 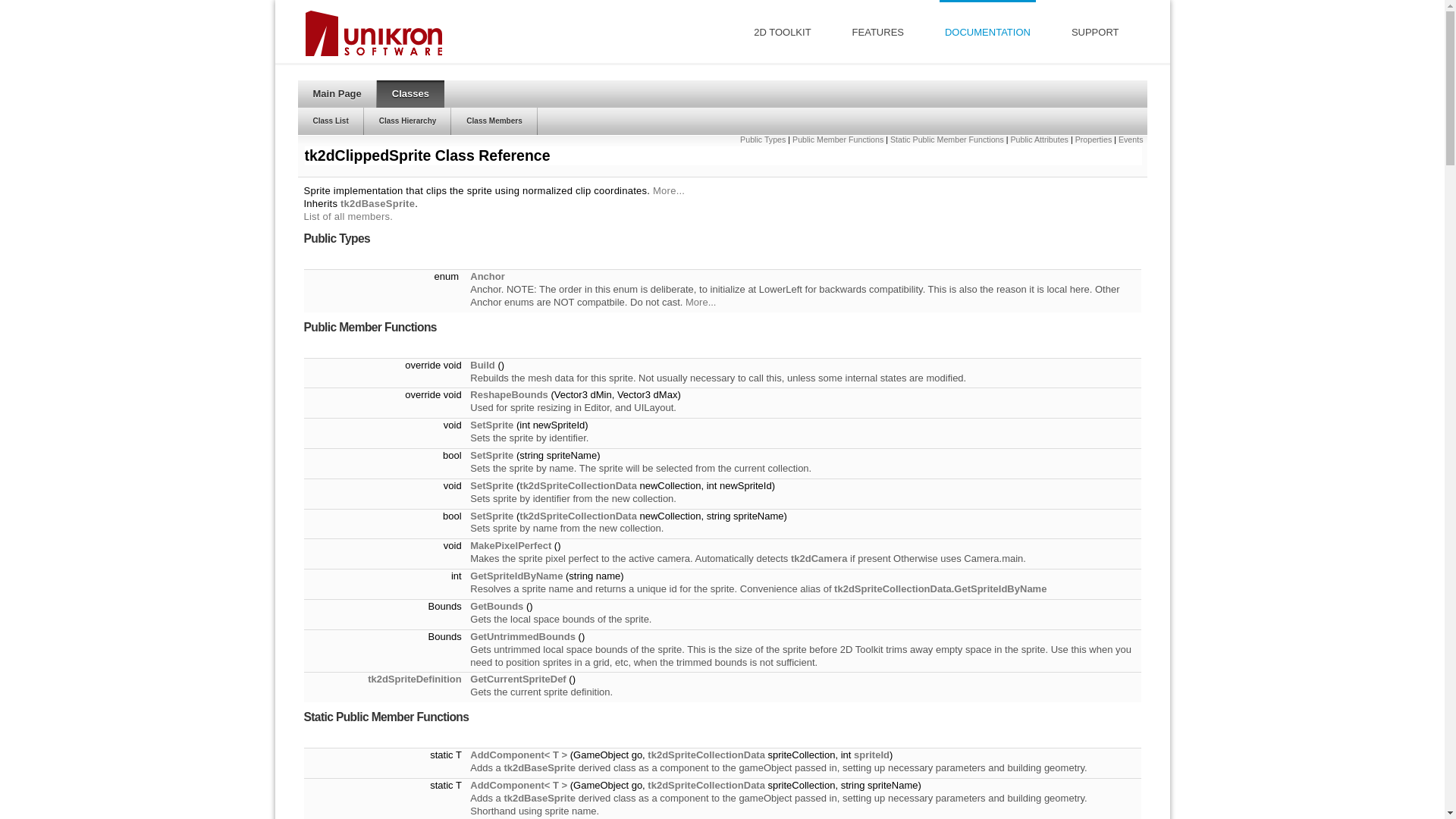 I want to click on 'Anchor', so click(x=488, y=276).